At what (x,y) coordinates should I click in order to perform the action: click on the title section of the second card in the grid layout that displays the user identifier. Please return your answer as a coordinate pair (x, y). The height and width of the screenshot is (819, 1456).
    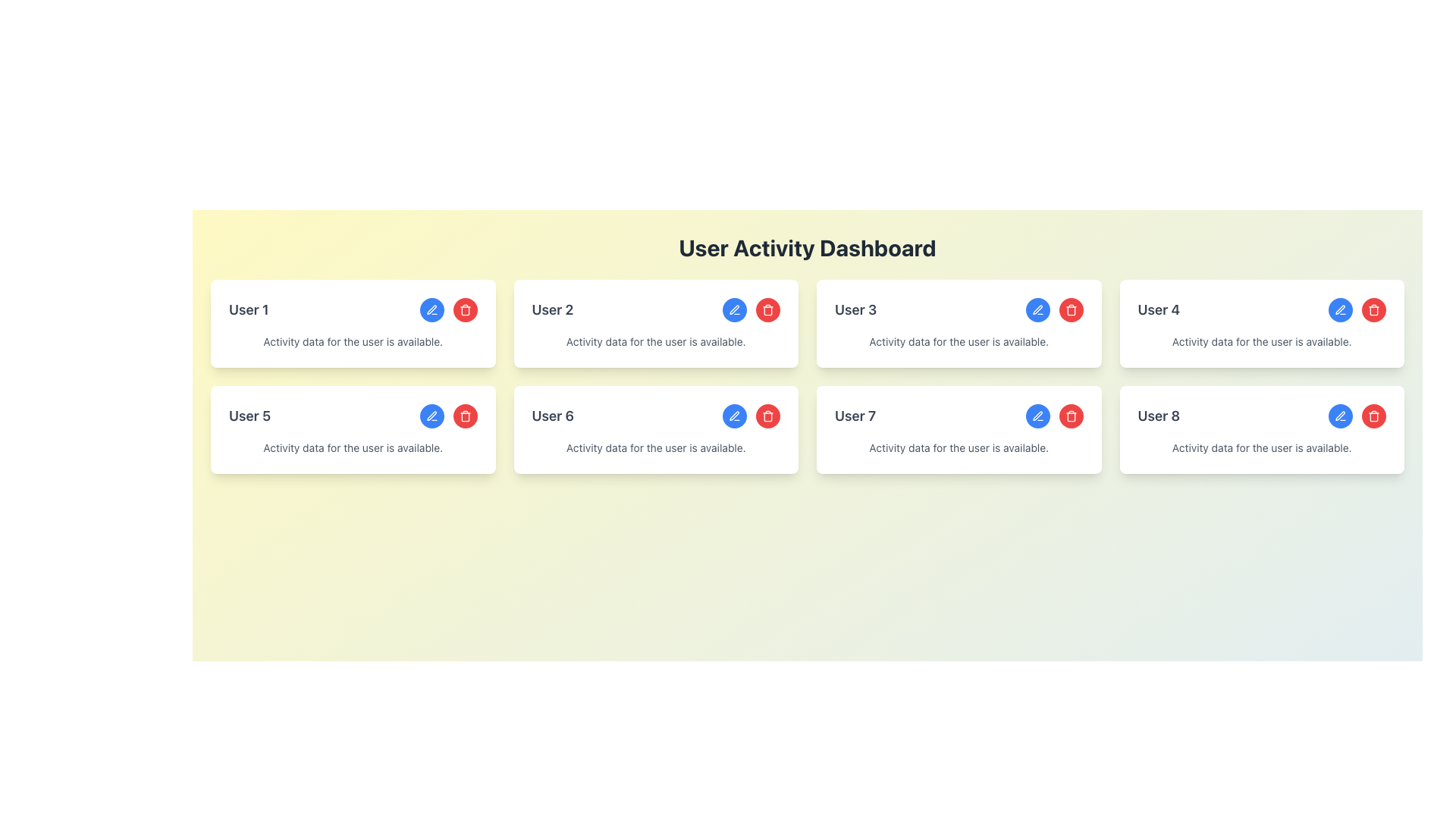
    Looking at the image, I should click on (656, 309).